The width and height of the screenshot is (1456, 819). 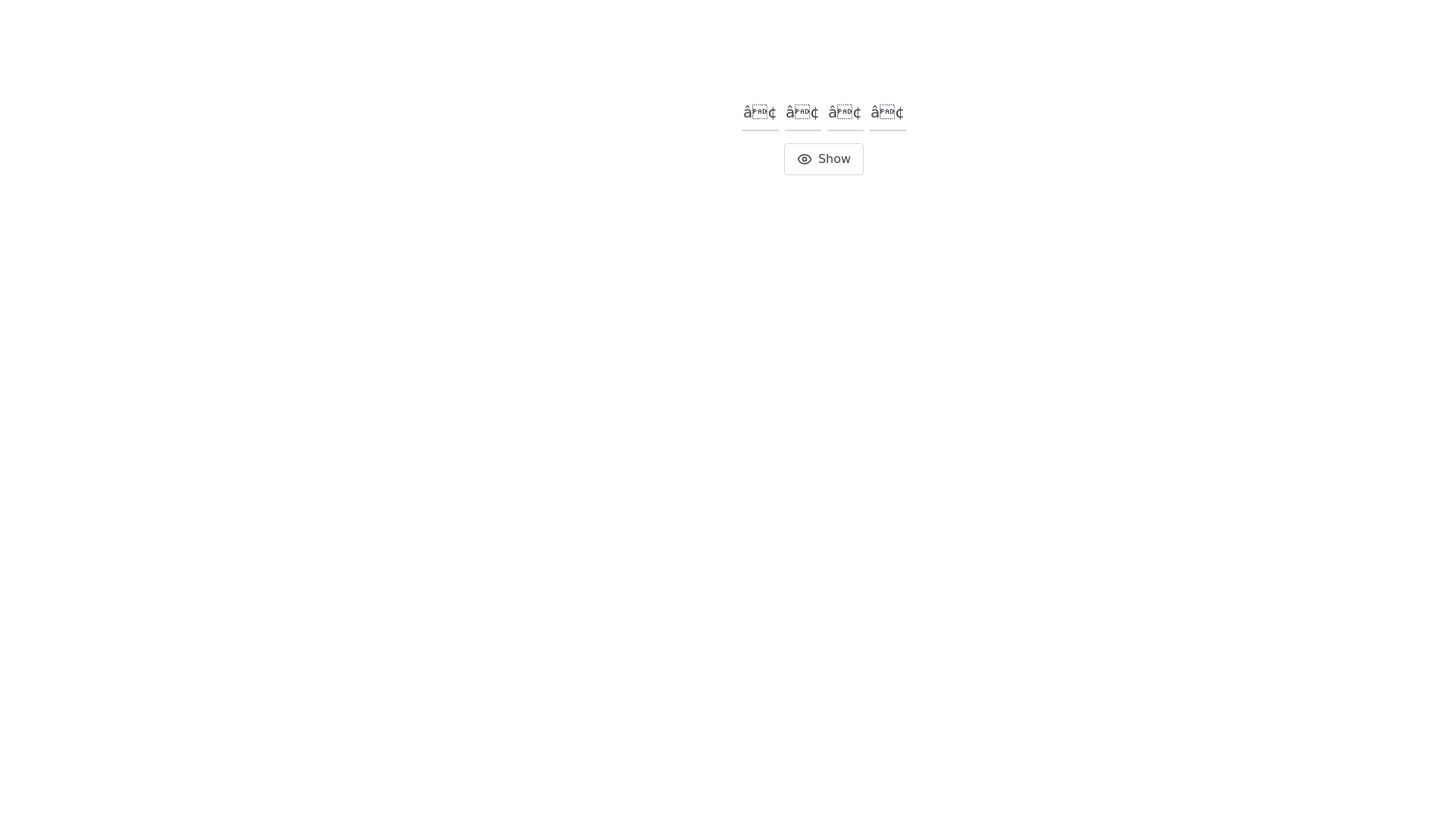 I want to click on the 'Show' button, which is a light gray rectangular button with rounded corners and an eye icon, located below a row of four text input elements, so click(x=822, y=158).